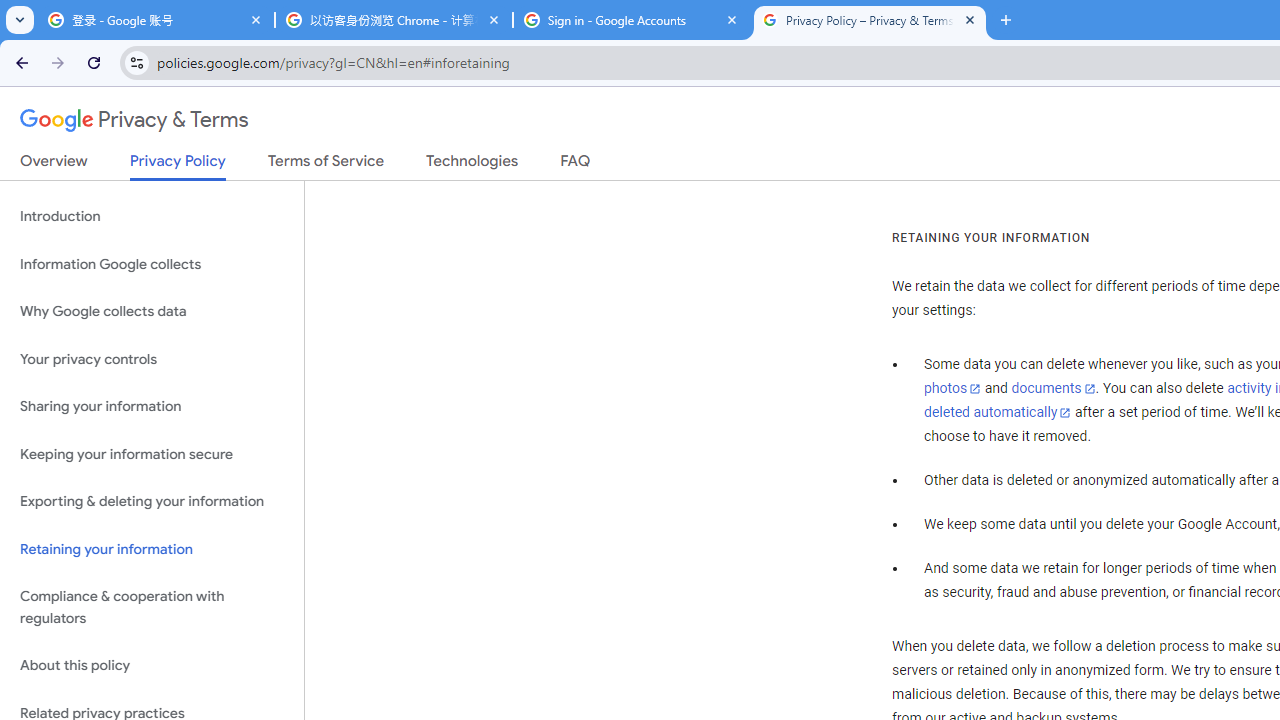 This screenshot has height=720, width=1280. I want to click on 'Information Google collects', so click(151, 263).